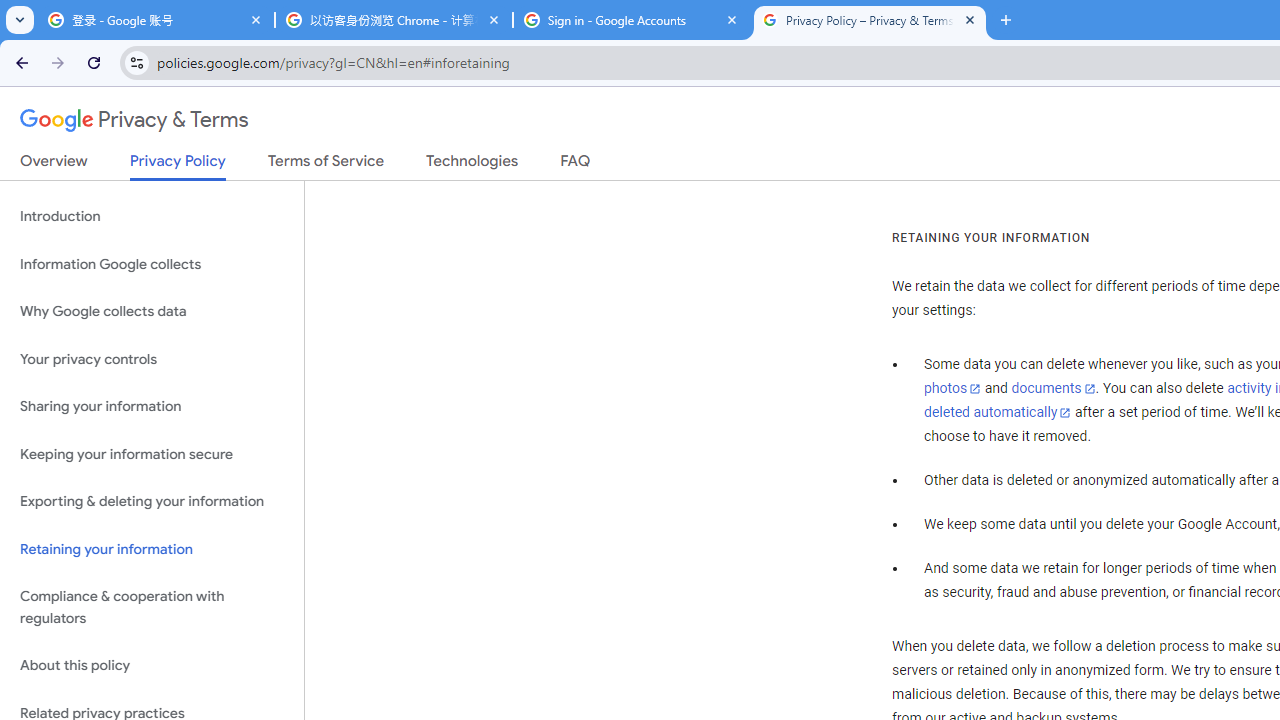 This screenshot has height=720, width=1280. I want to click on 'Information Google collects', so click(151, 263).